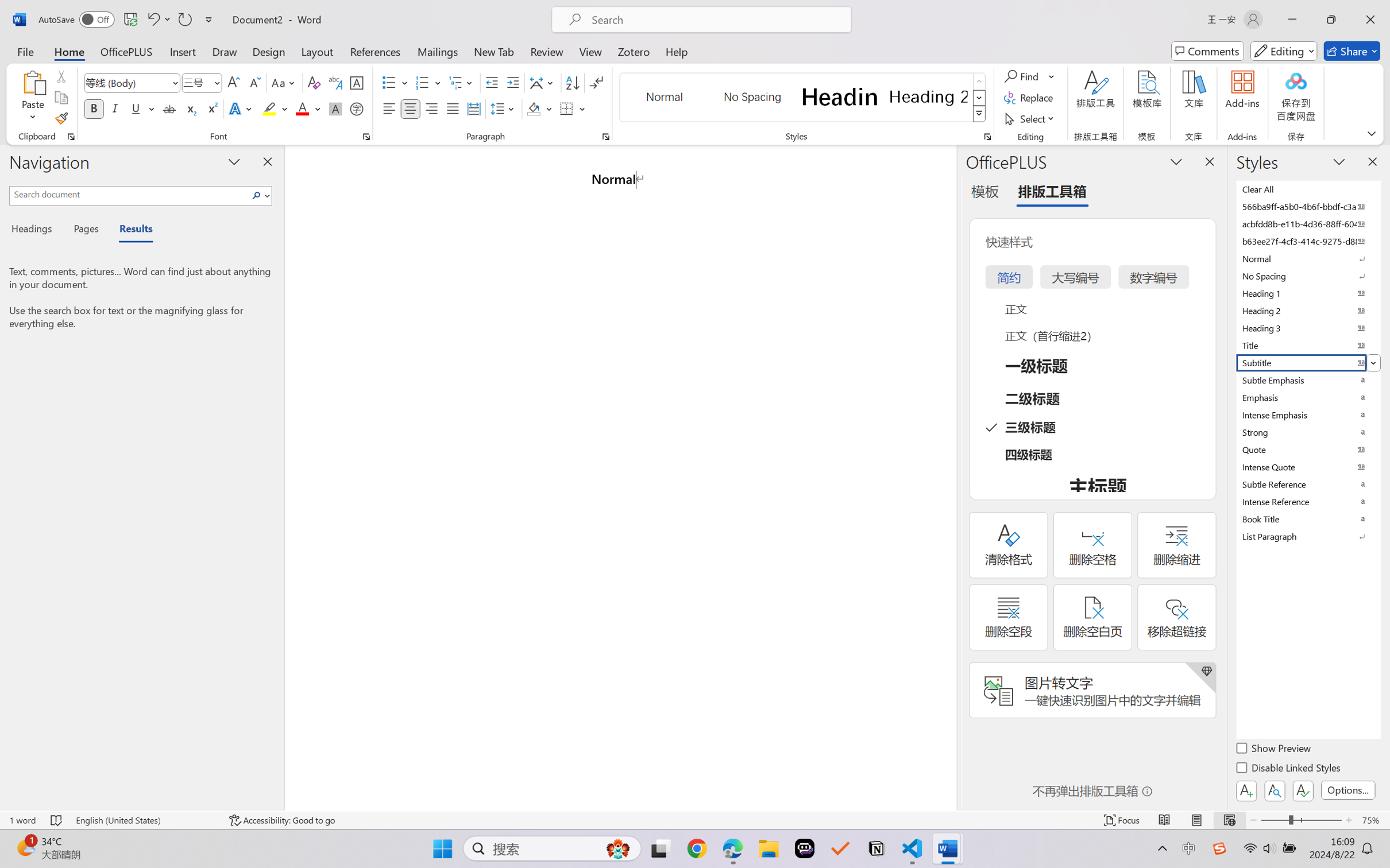 The height and width of the screenshot is (868, 1390). Describe the element at coordinates (184, 19) in the screenshot. I see `'Repeat Style'` at that location.